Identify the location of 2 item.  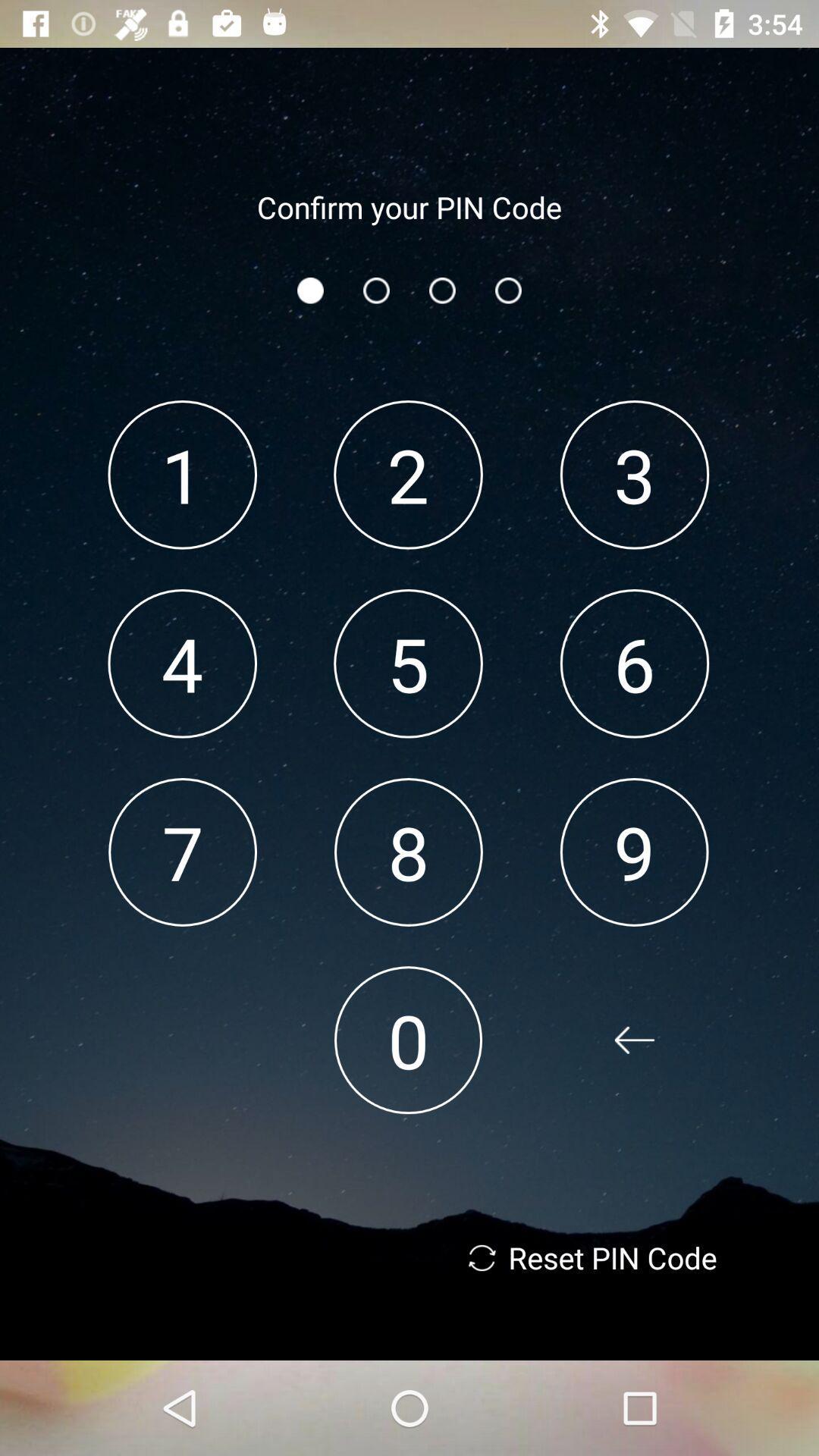
(407, 474).